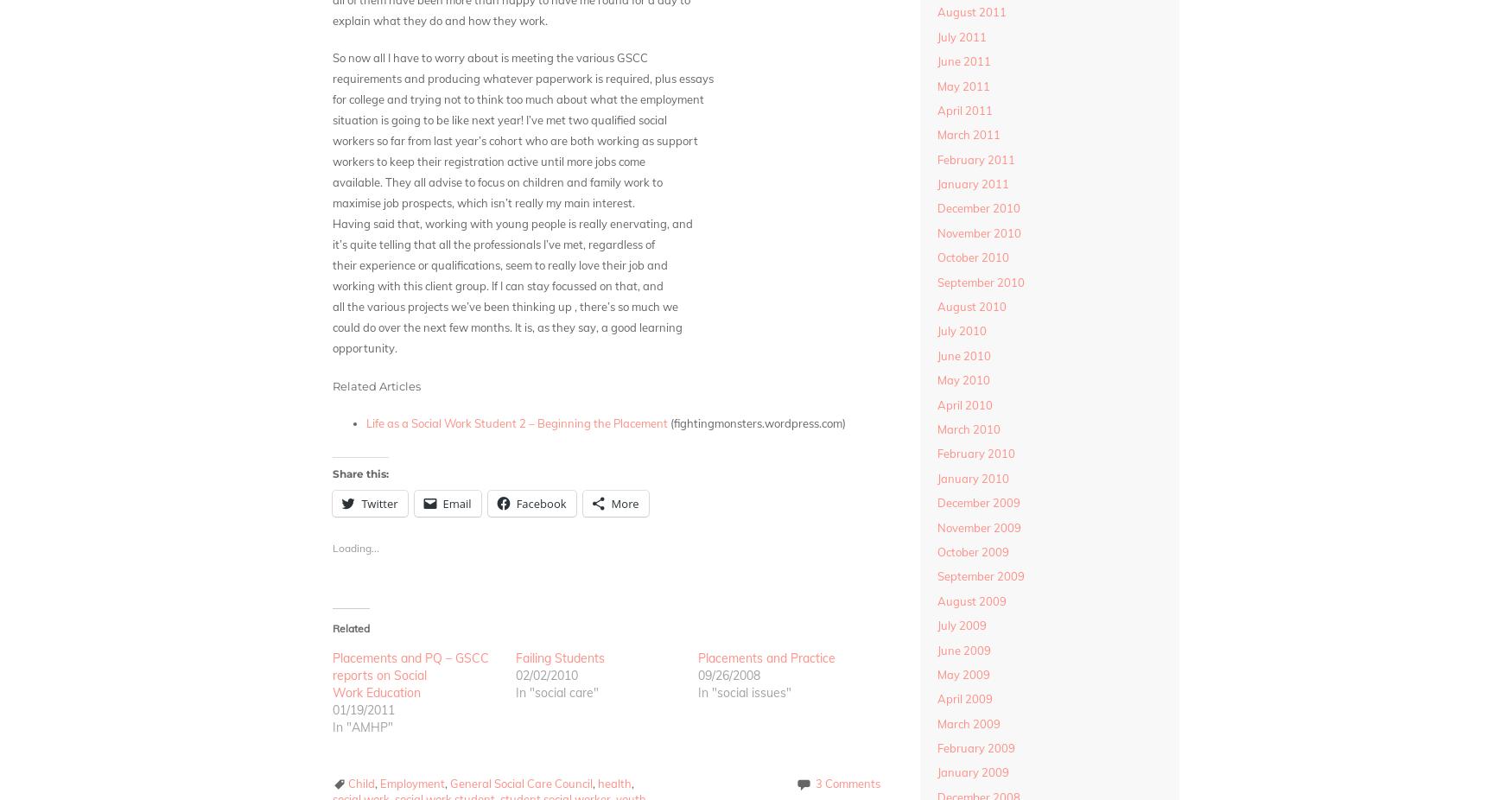 The width and height of the screenshot is (1512, 800). What do you see at coordinates (756, 422) in the screenshot?
I see `'(fightingmonsters.wordpress.com)'` at bounding box center [756, 422].